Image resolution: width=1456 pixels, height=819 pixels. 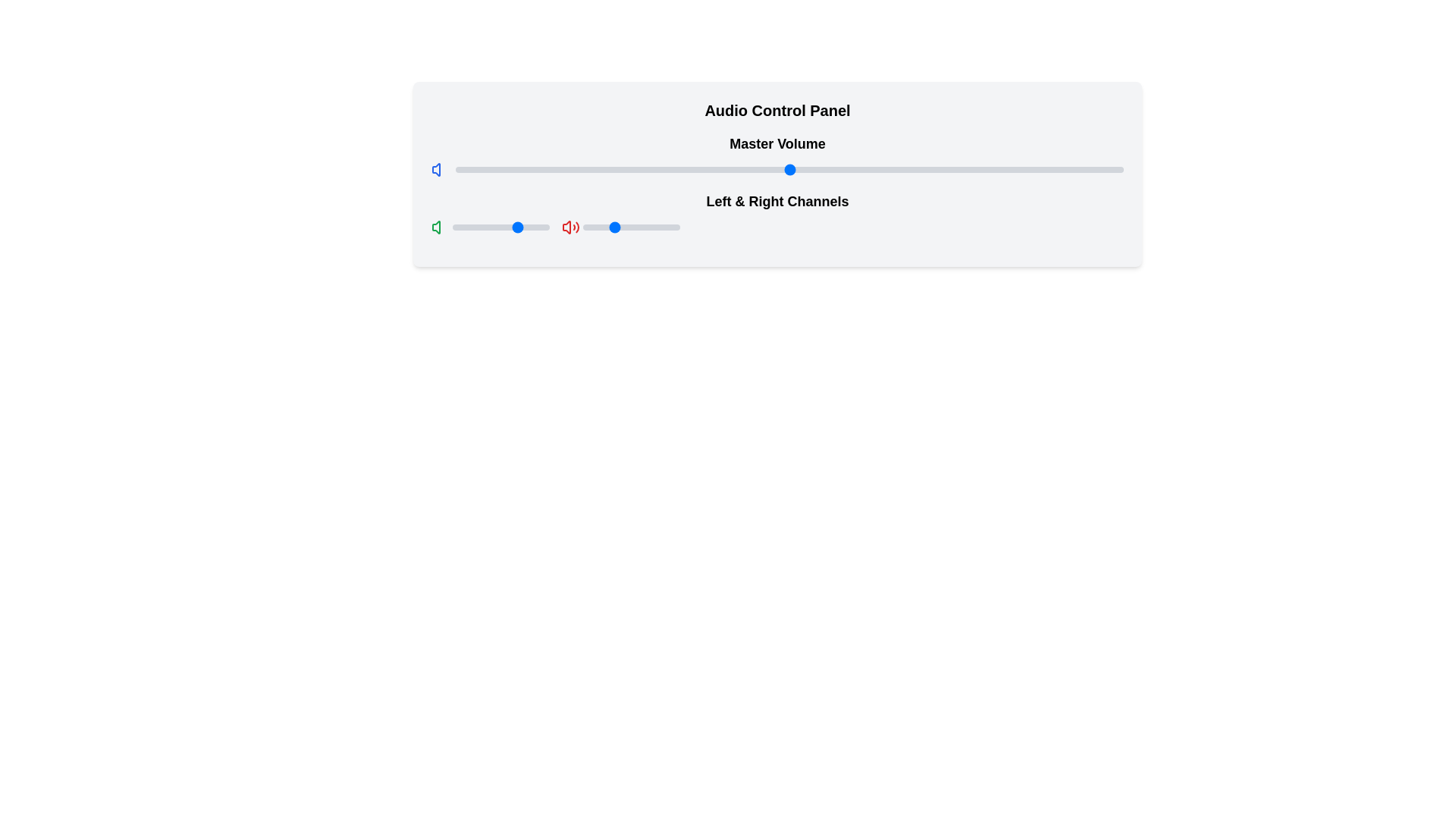 I want to click on the volume slider, so click(x=601, y=166).